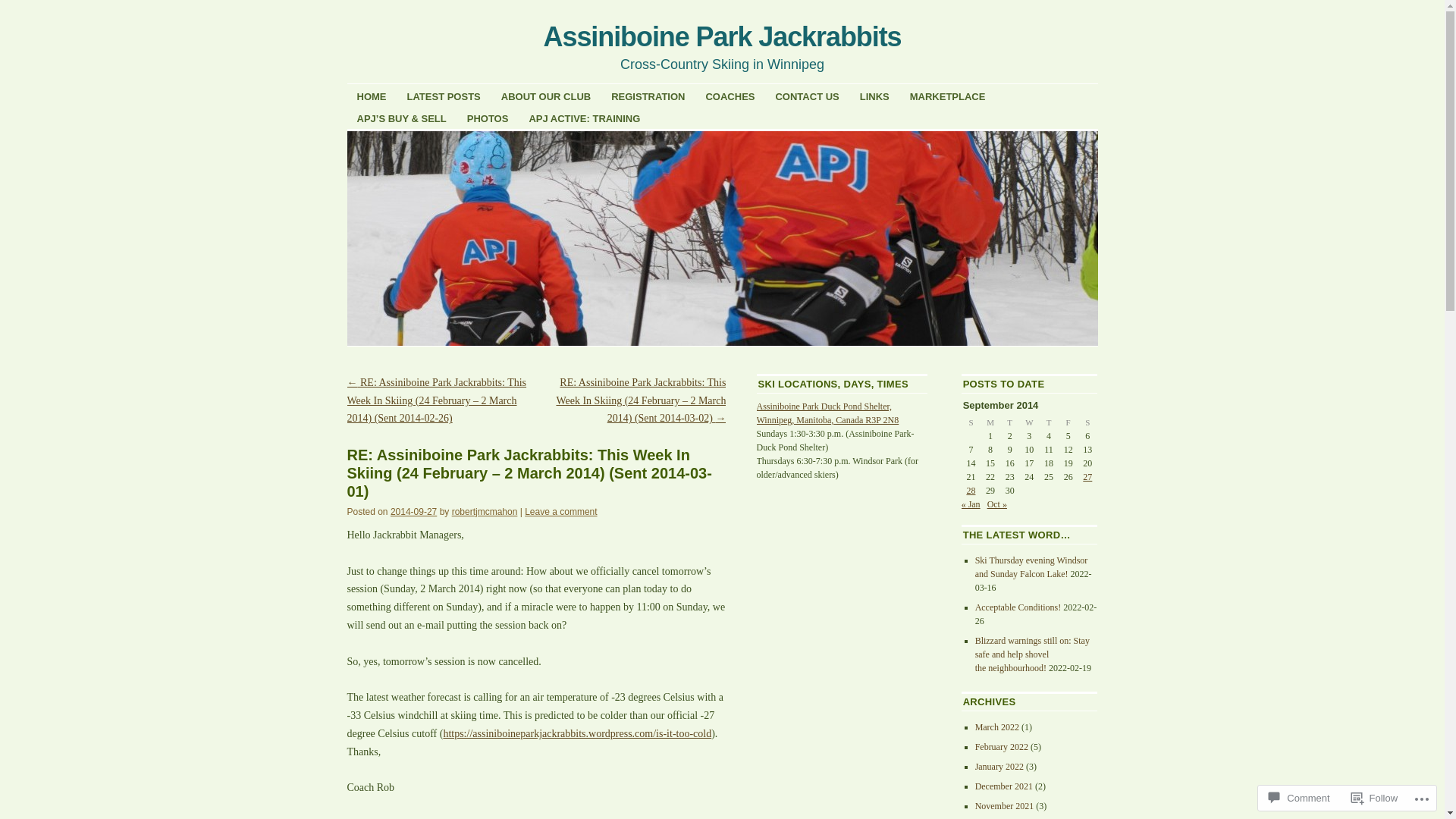 The height and width of the screenshot is (819, 1456). I want to click on 'December 2021', so click(1004, 786).